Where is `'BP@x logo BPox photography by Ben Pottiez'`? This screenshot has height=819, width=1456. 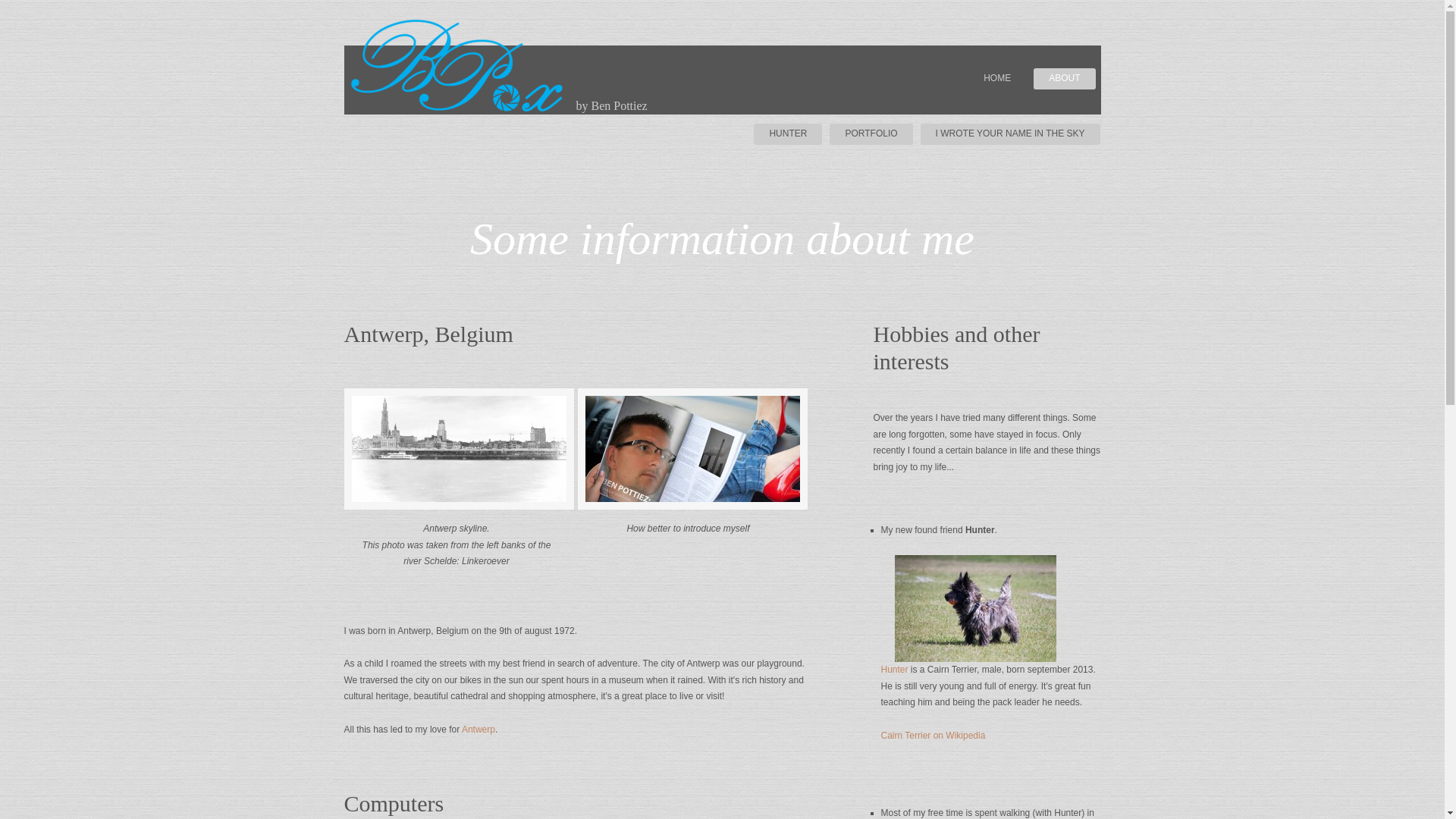
'BP@x logo BPox photography by Ben Pottiez' is located at coordinates (457, 64).